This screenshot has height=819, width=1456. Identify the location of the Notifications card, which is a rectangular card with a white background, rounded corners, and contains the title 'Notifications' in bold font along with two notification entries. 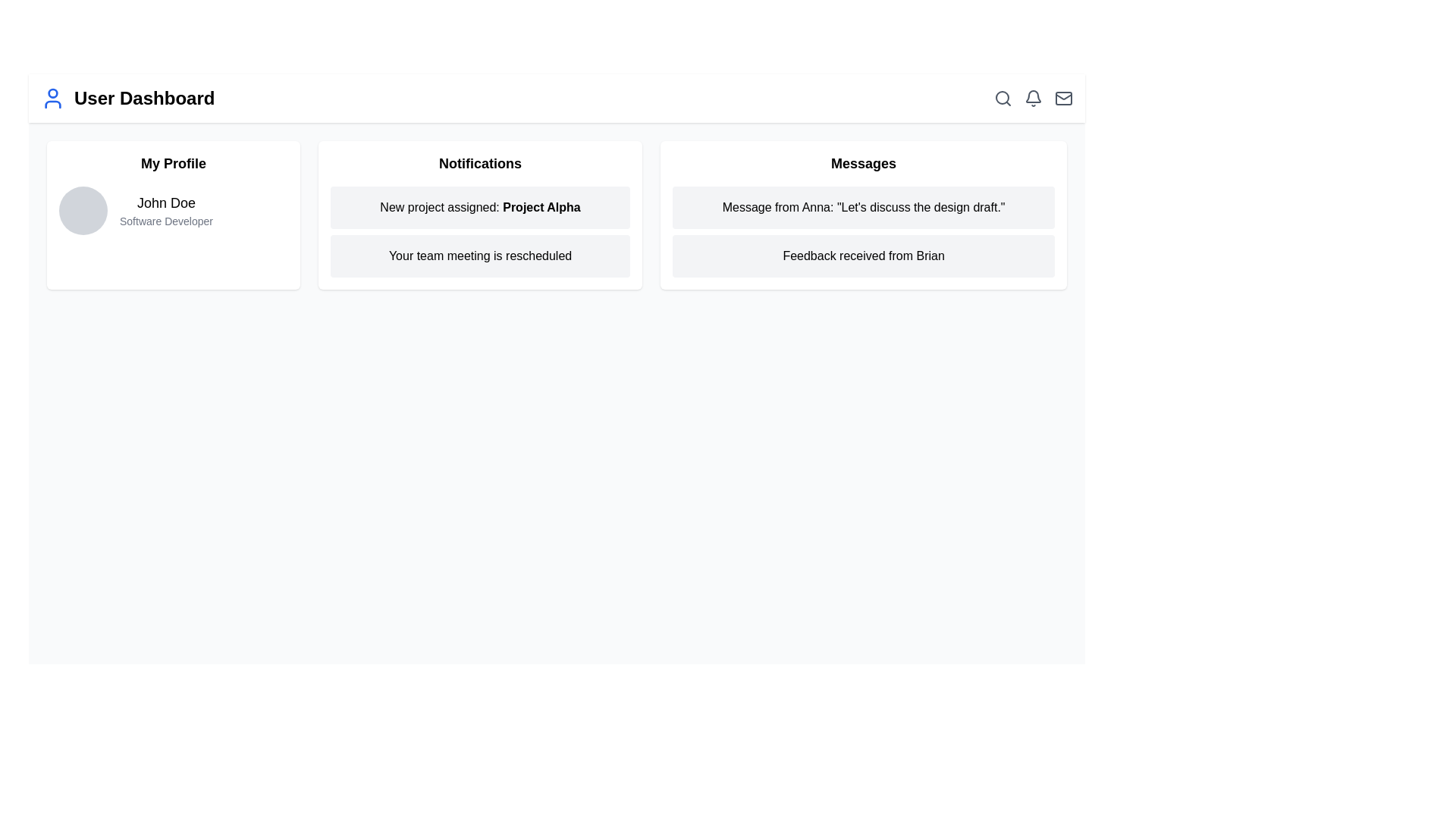
(479, 215).